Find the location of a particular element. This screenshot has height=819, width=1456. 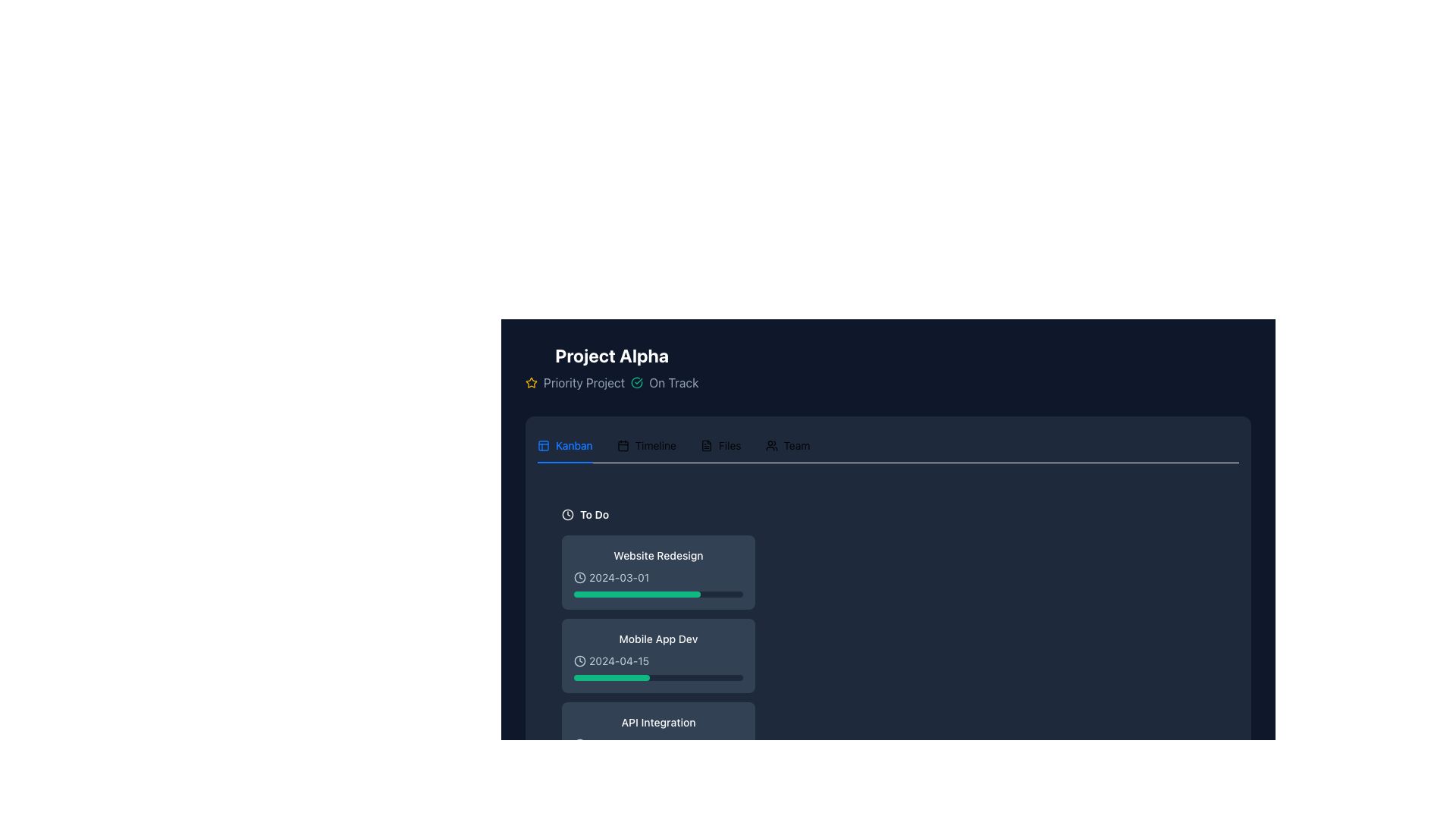

the progress bar segment that visually represents 75% completion of the task within the 'Mobile App Dev' card is located at coordinates (637, 593).